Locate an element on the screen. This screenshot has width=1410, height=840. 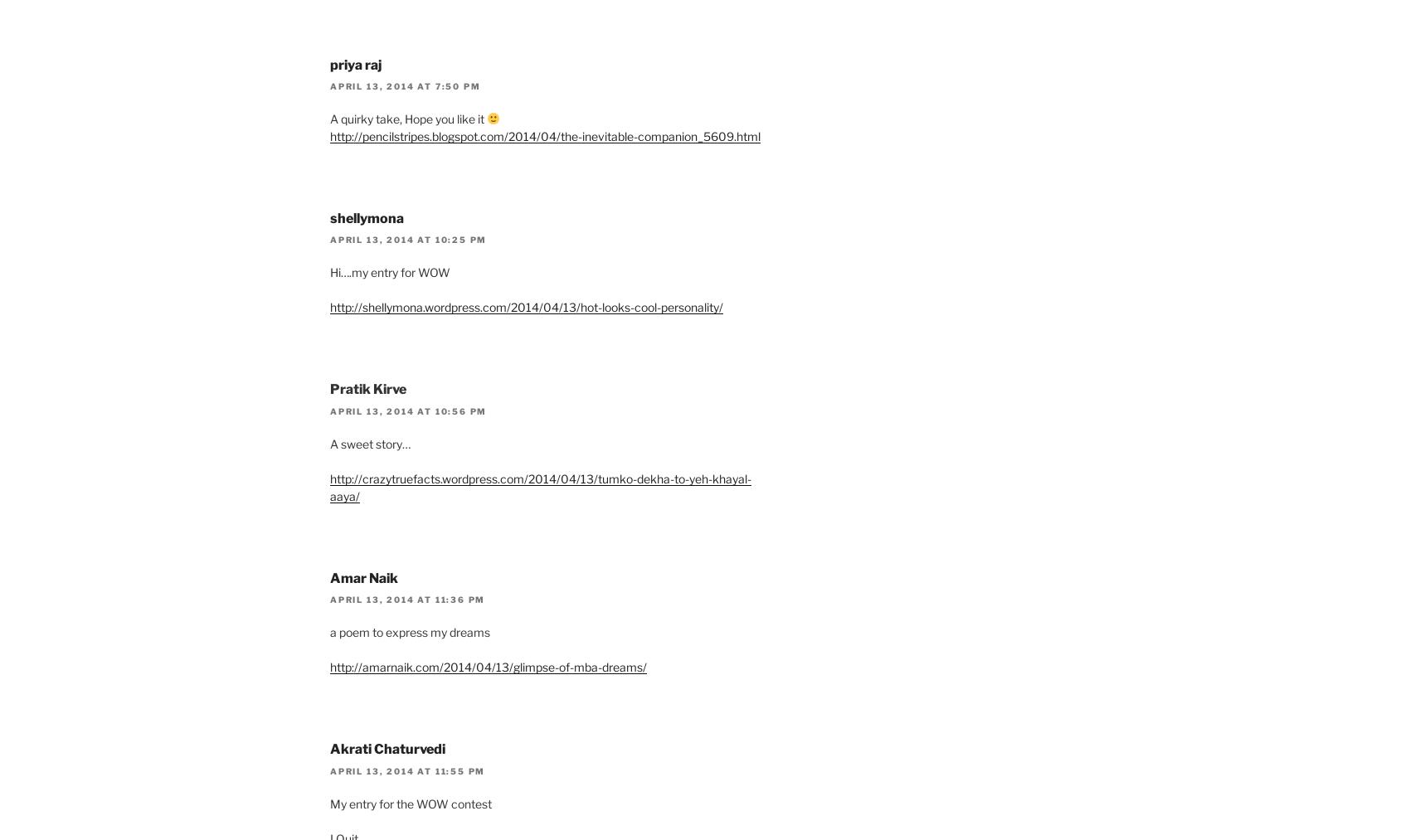
'A sweet story…' is located at coordinates (370, 443).